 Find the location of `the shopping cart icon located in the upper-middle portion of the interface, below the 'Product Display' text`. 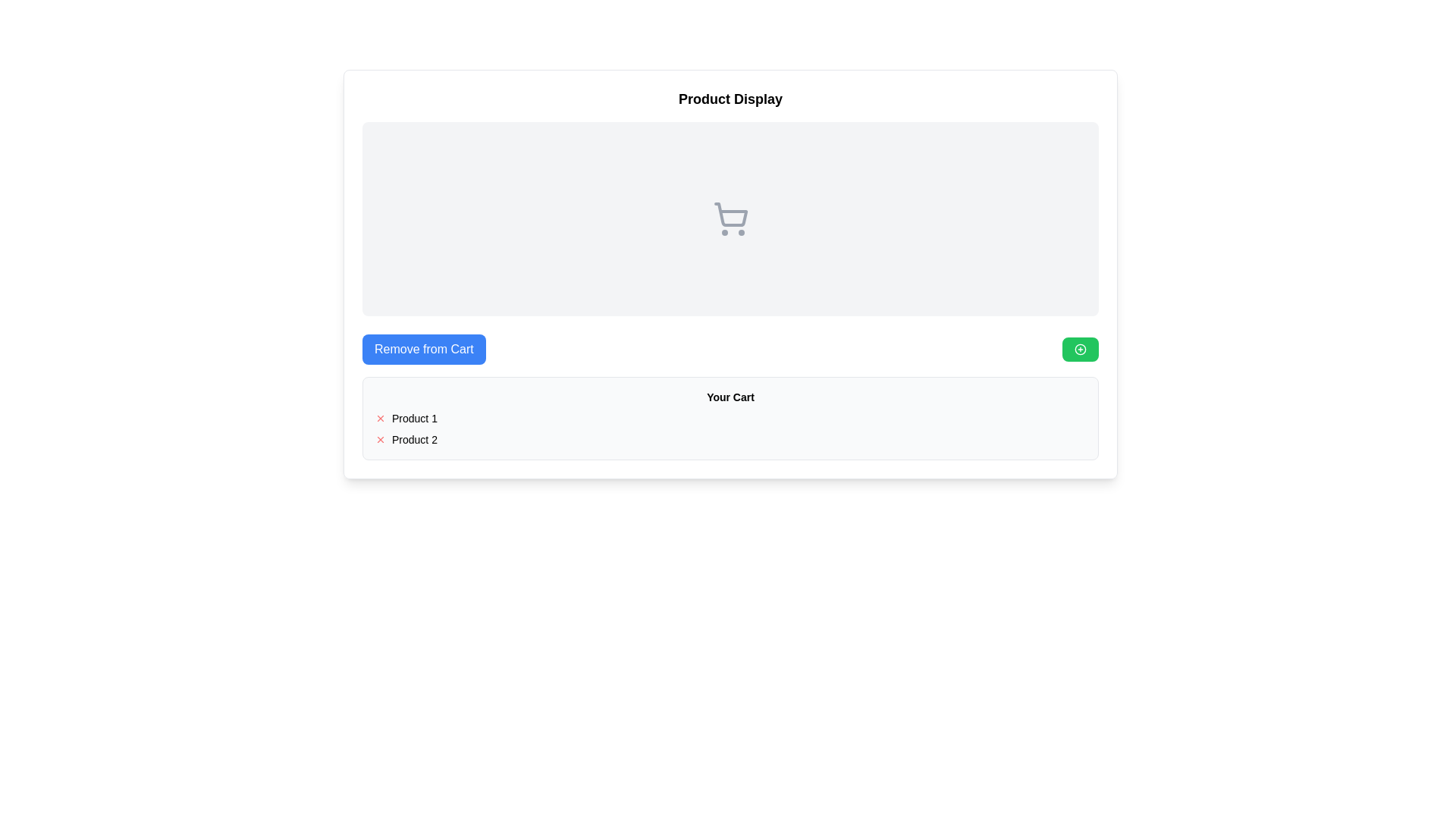

the shopping cart icon located in the upper-middle portion of the interface, below the 'Product Display' text is located at coordinates (730, 219).